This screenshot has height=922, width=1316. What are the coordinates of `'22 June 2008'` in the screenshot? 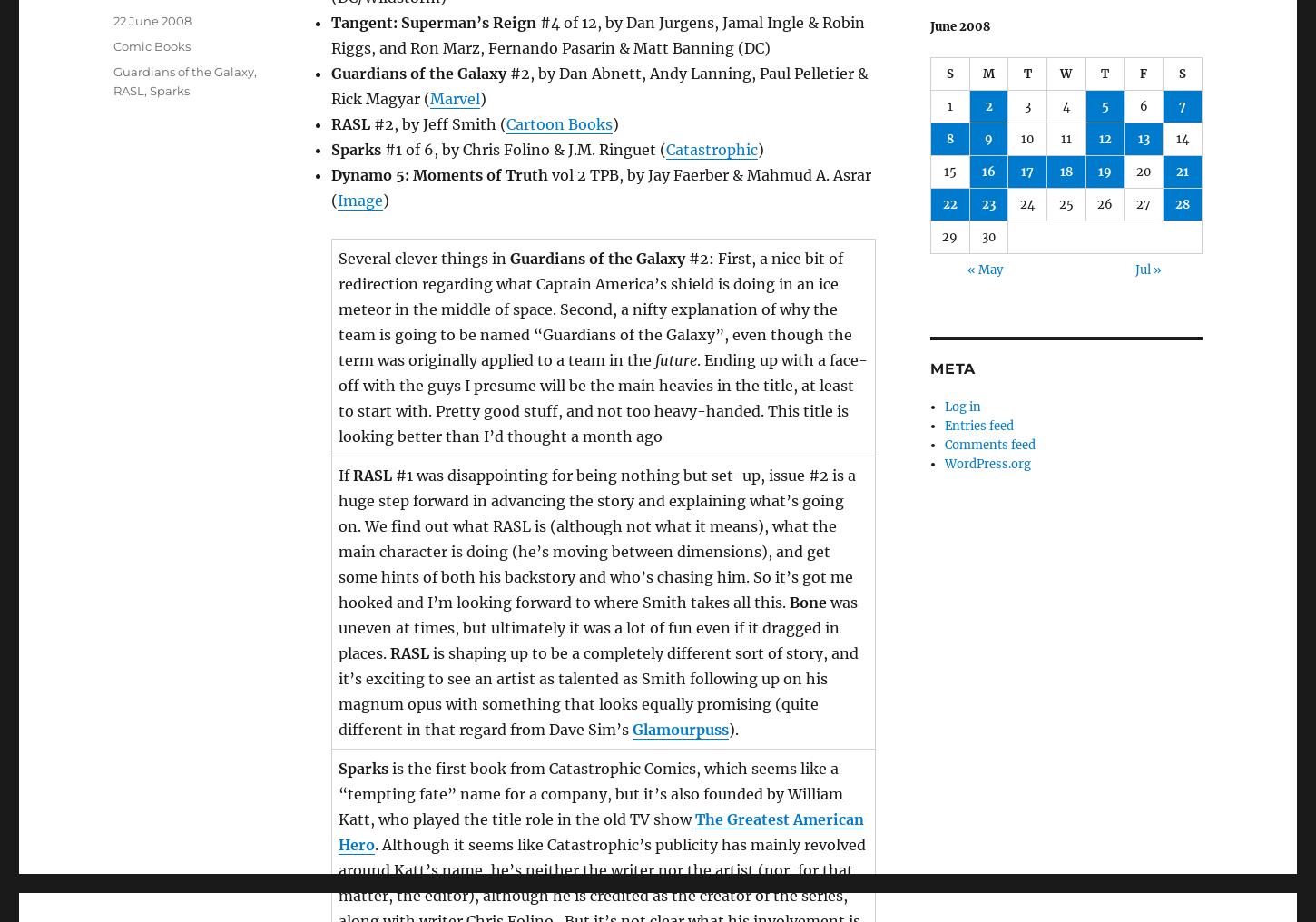 It's located at (152, 19).